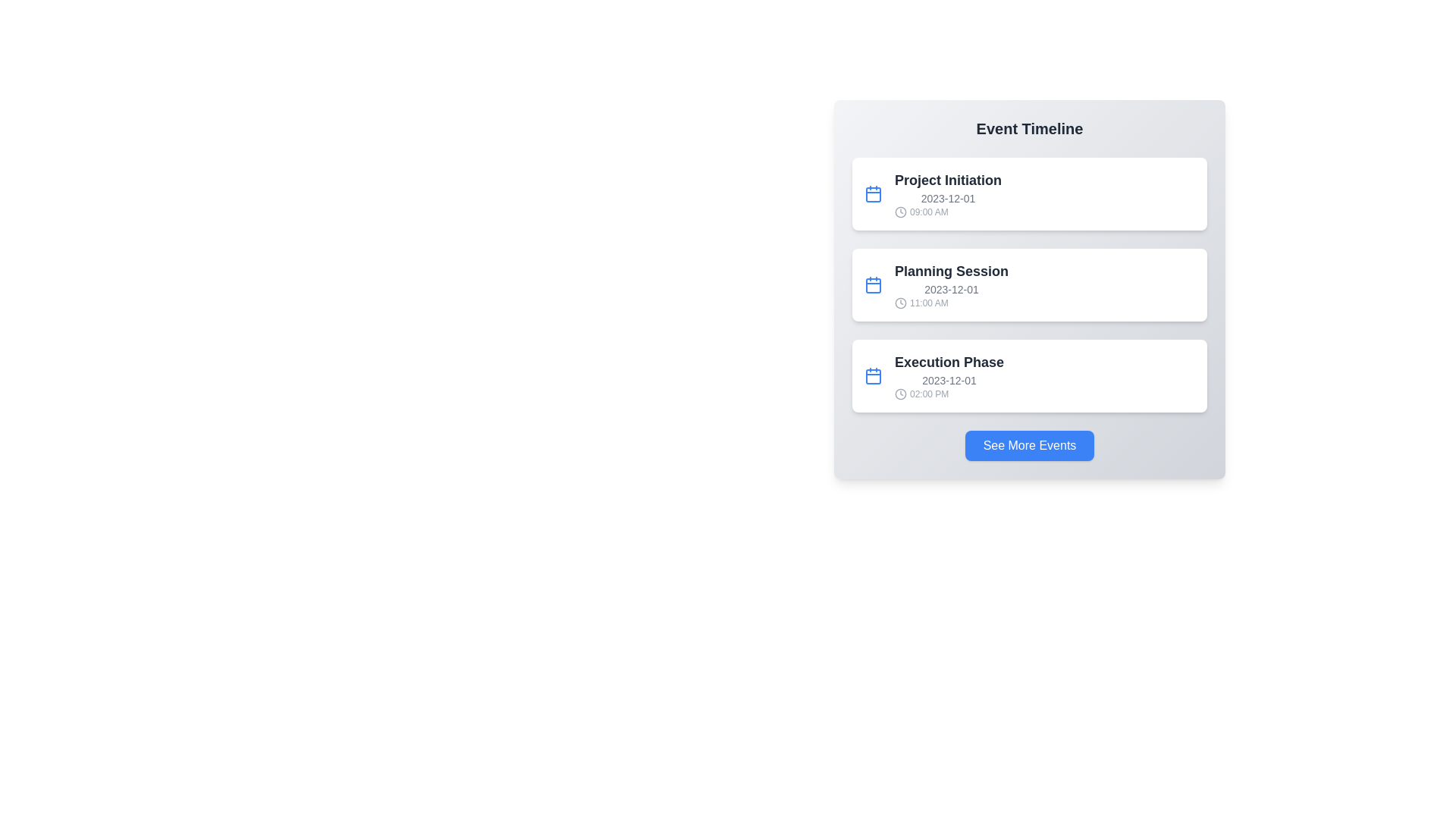 Image resolution: width=1456 pixels, height=819 pixels. What do you see at coordinates (874, 284) in the screenshot?
I see `the calendar icon associated with the Planning Session event` at bounding box center [874, 284].